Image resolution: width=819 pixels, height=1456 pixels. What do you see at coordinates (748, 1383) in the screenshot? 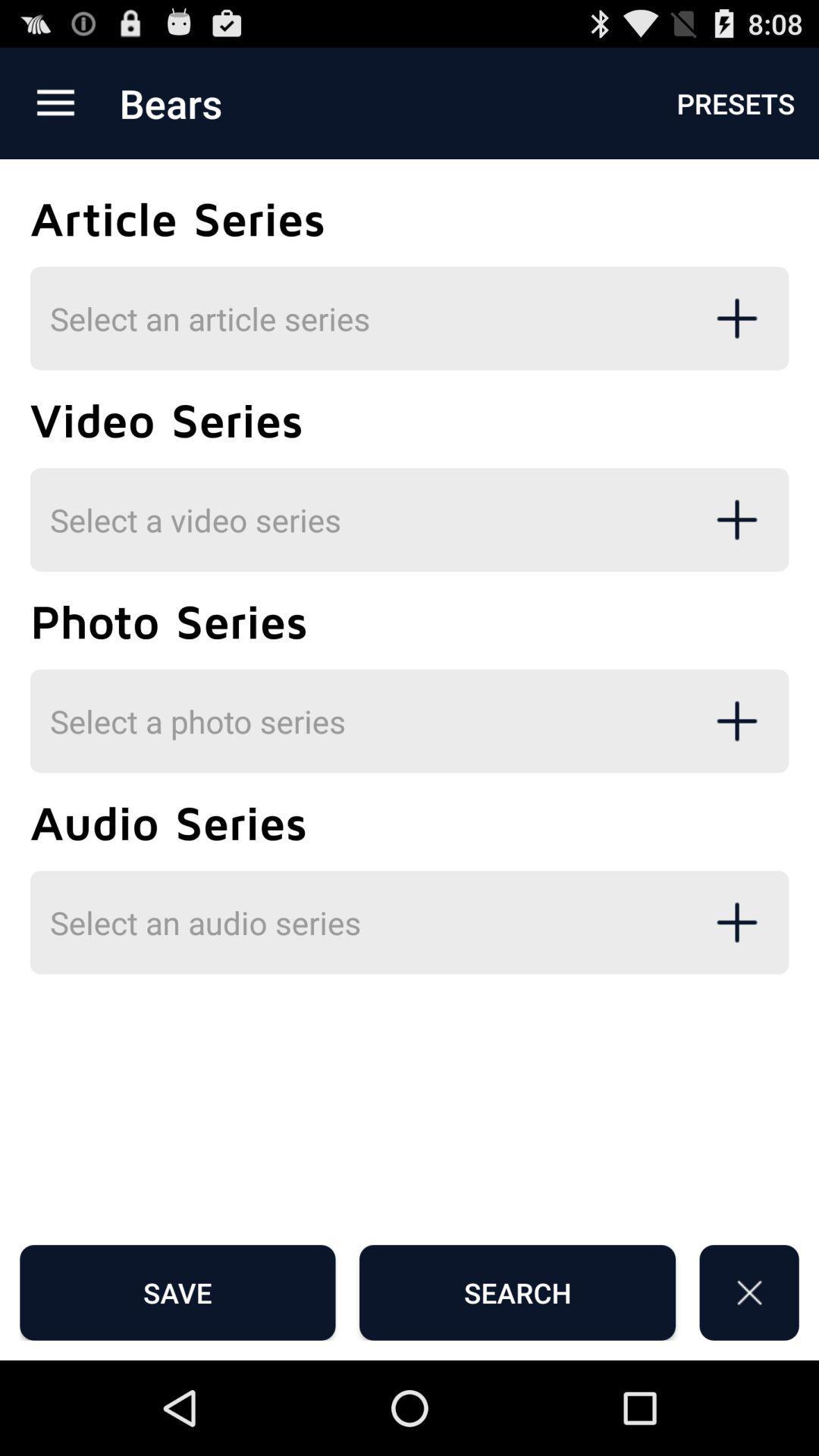
I see `the close icon` at bounding box center [748, 1383].